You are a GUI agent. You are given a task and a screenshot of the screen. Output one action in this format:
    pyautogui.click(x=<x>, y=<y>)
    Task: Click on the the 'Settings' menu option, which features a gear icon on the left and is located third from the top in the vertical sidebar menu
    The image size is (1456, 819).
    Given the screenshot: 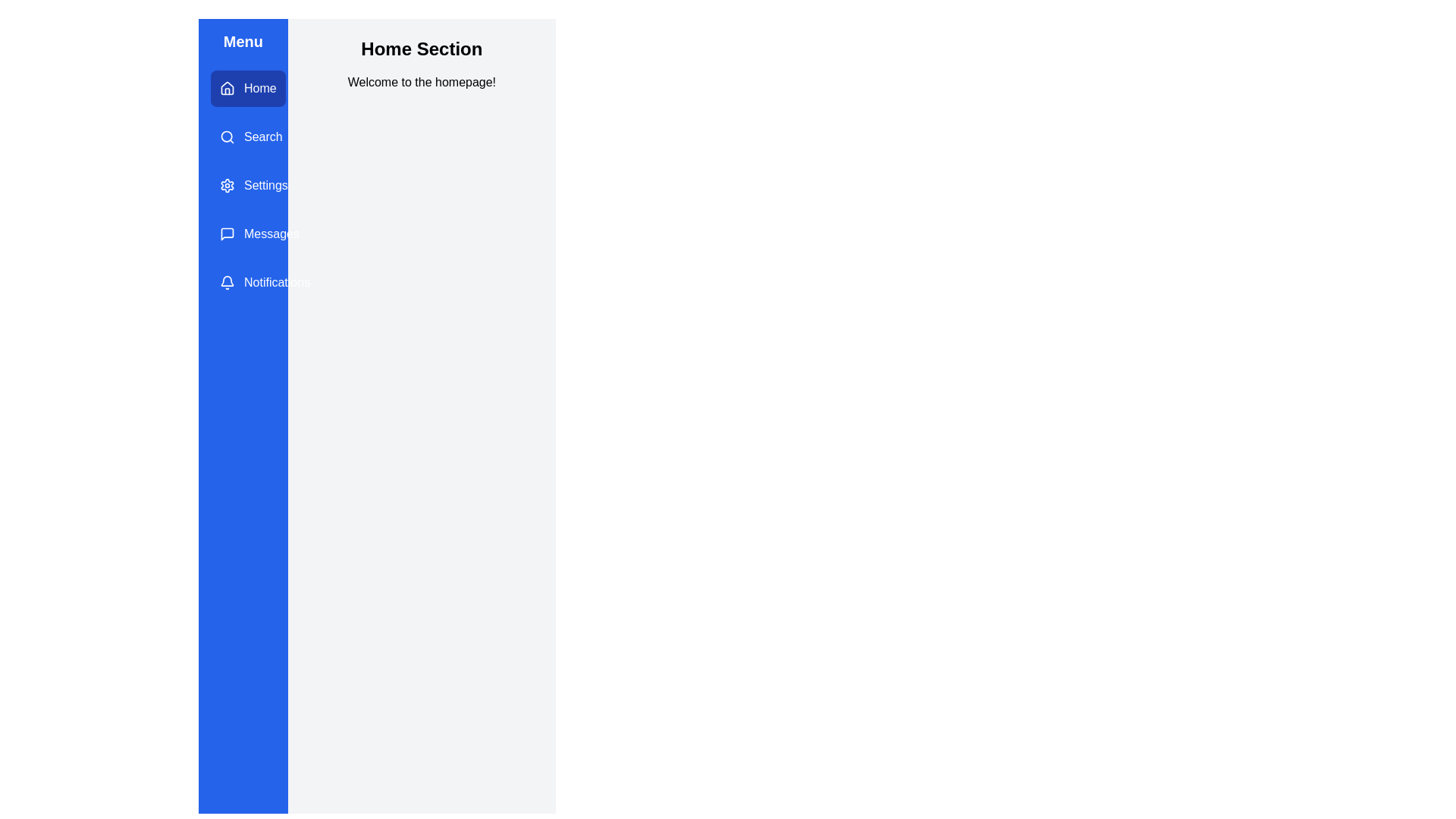 What is the action you would take?
    pyautogui.click(x=253, y=185)
    